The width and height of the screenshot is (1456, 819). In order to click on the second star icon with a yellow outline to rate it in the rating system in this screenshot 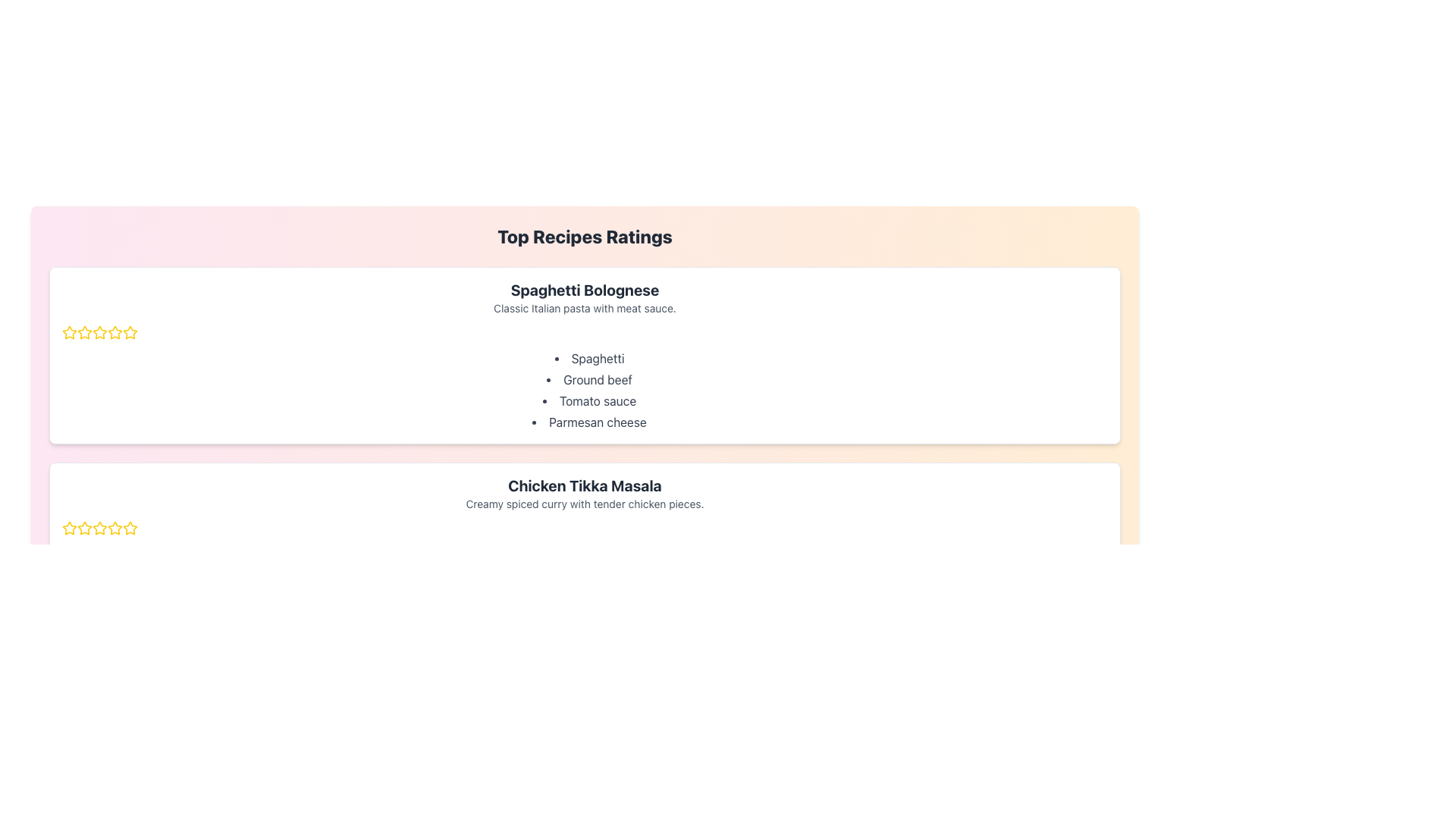, I will do `click(130, 331)`.